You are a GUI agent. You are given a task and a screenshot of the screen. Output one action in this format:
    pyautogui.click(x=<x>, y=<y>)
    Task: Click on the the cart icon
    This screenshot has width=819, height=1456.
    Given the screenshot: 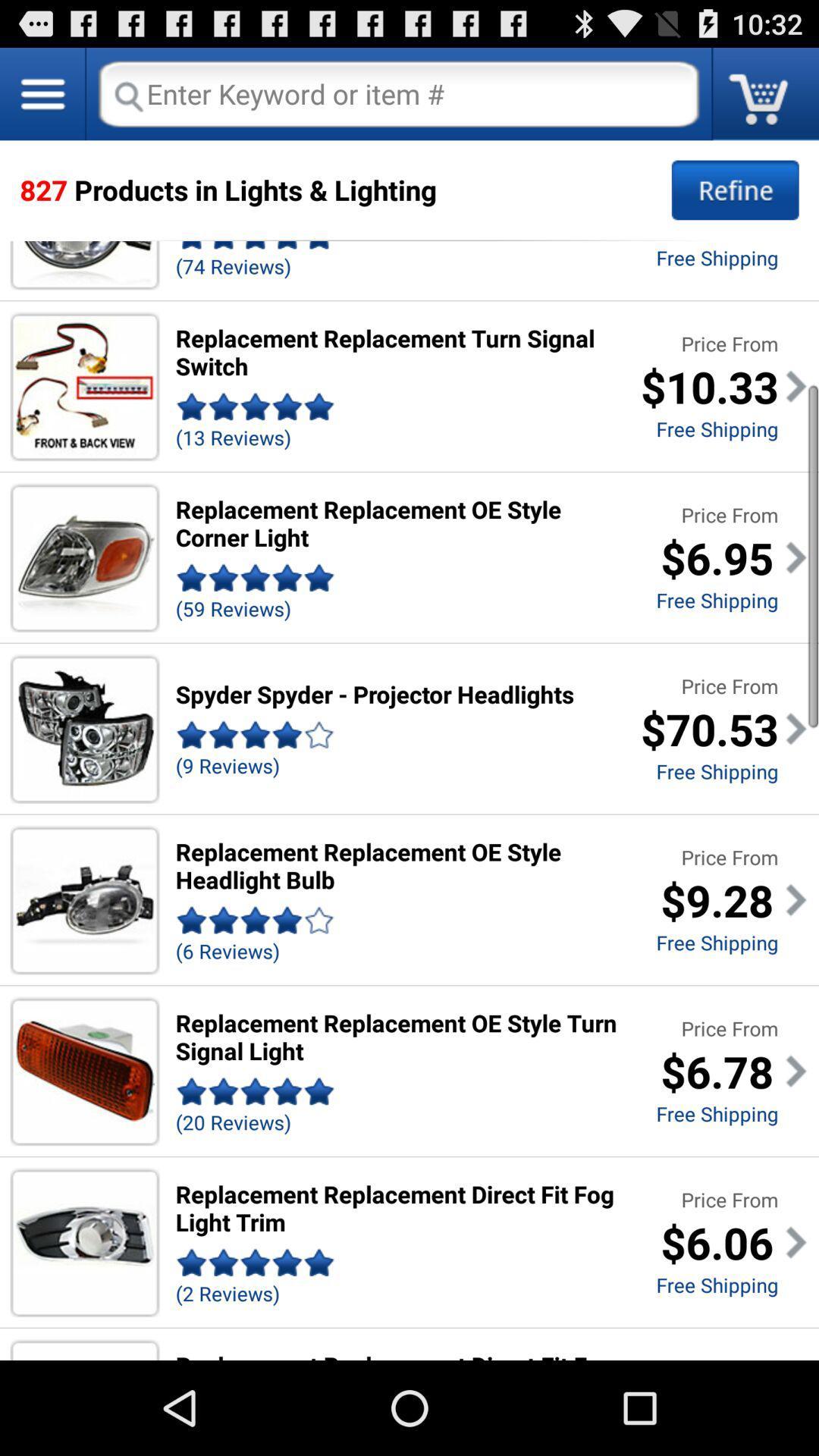 What is the action you would take?
    pyautogui.click(x=765, y=99)
    